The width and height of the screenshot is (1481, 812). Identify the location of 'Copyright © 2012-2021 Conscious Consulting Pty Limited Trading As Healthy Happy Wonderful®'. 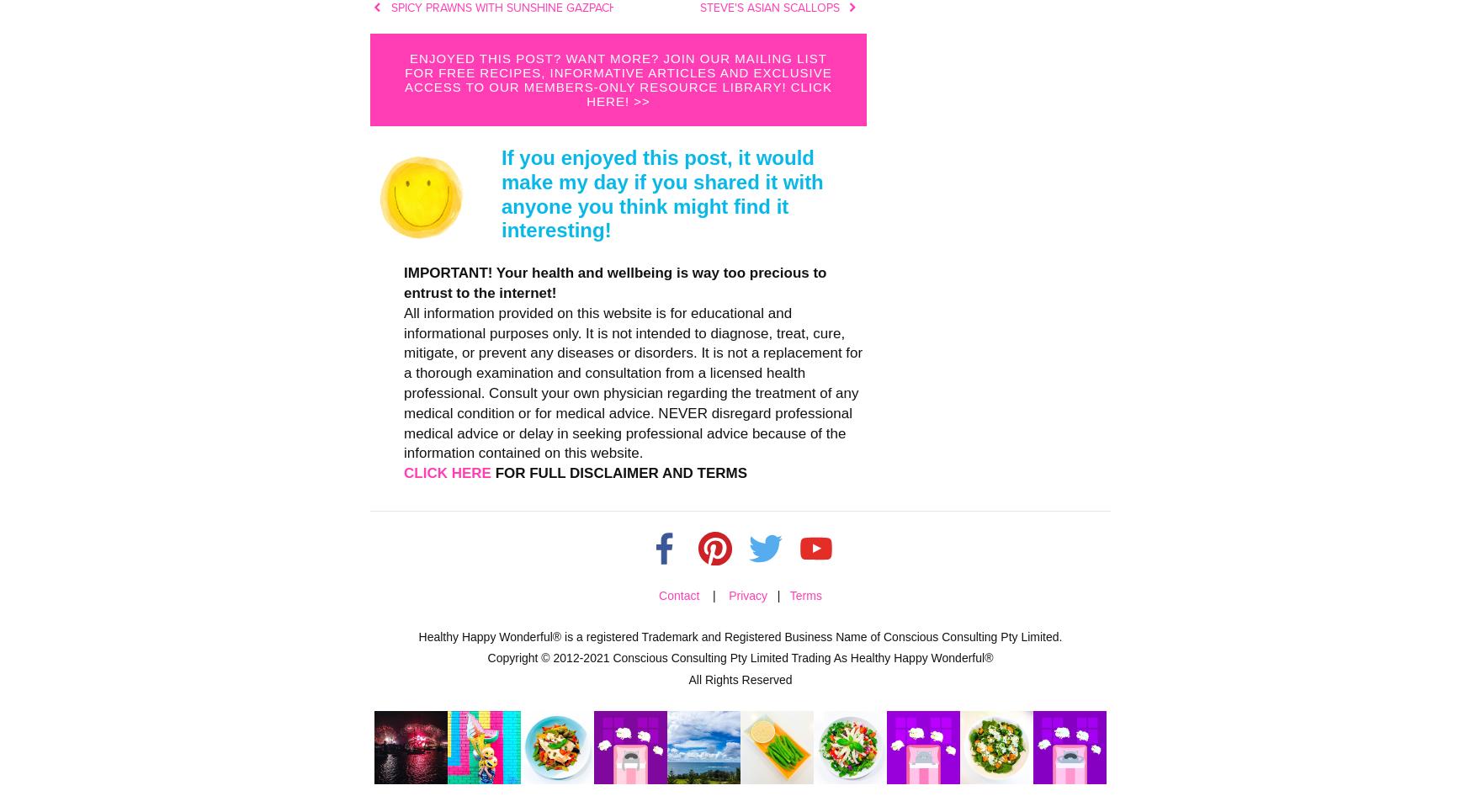
(739, 658).